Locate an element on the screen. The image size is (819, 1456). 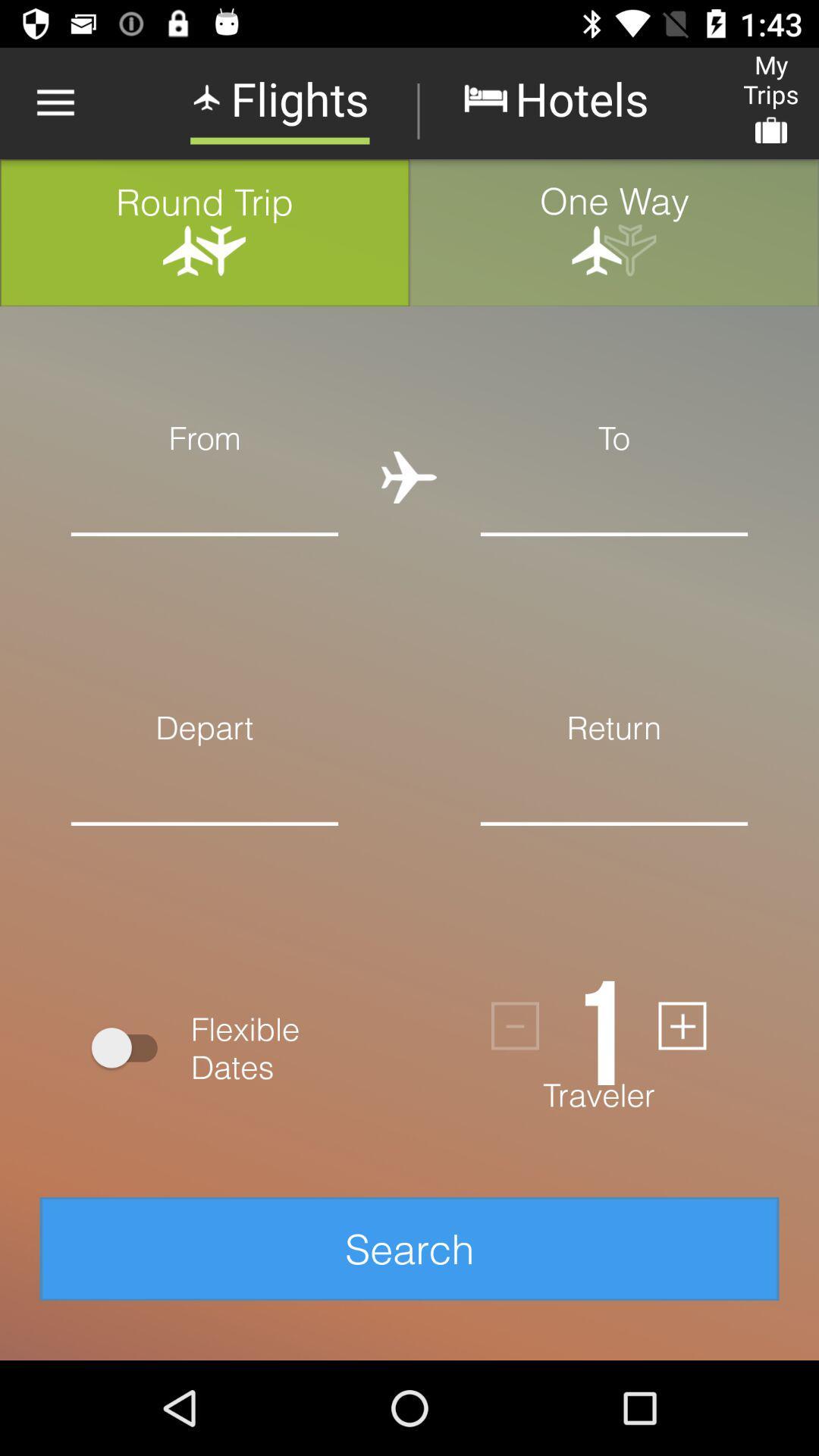
the add icon is located at coordinates (681, 1026).